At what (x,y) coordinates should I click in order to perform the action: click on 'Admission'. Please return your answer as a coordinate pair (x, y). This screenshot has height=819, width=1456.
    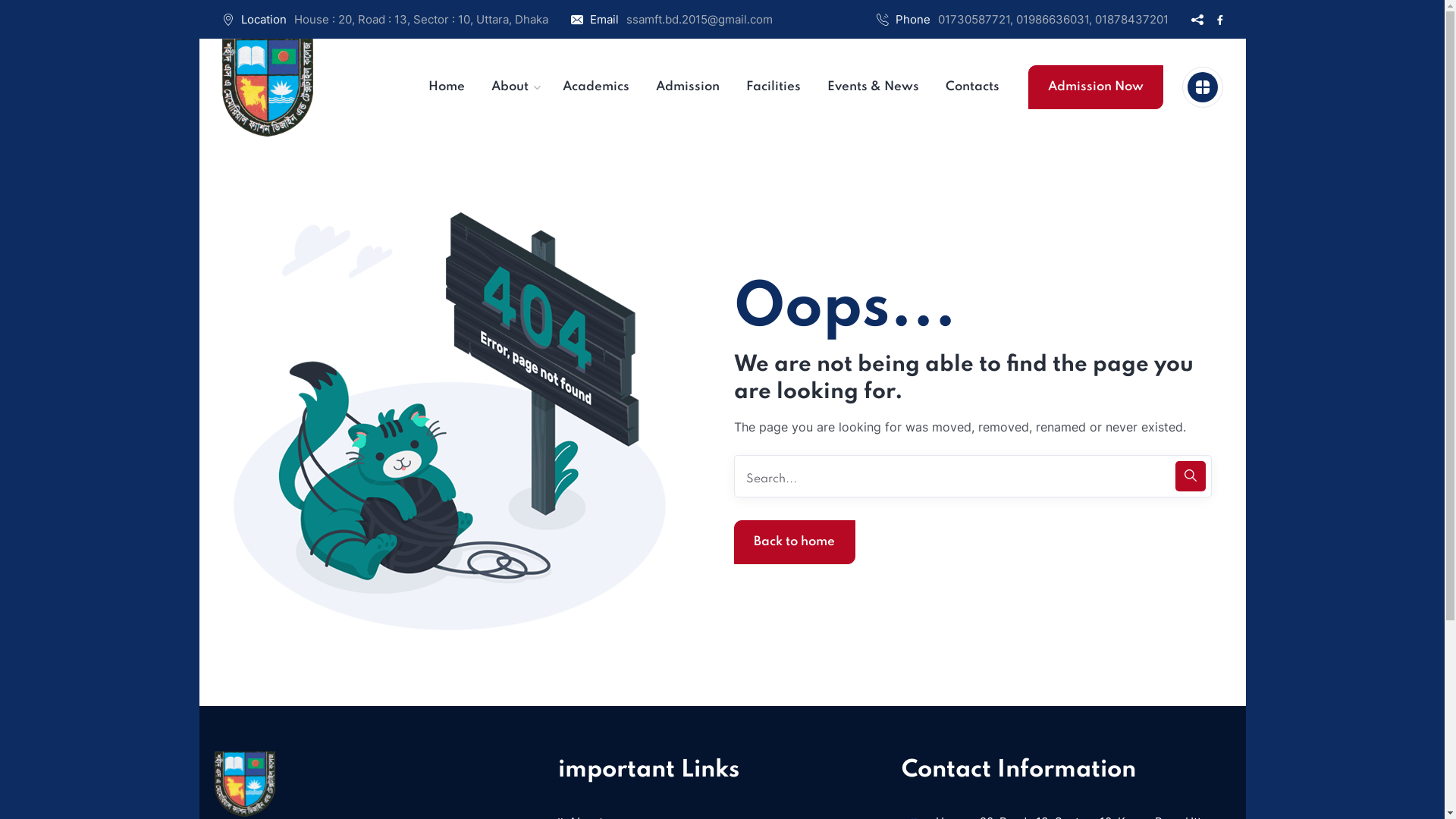
    Looking at the image, I should click on (687, 87).